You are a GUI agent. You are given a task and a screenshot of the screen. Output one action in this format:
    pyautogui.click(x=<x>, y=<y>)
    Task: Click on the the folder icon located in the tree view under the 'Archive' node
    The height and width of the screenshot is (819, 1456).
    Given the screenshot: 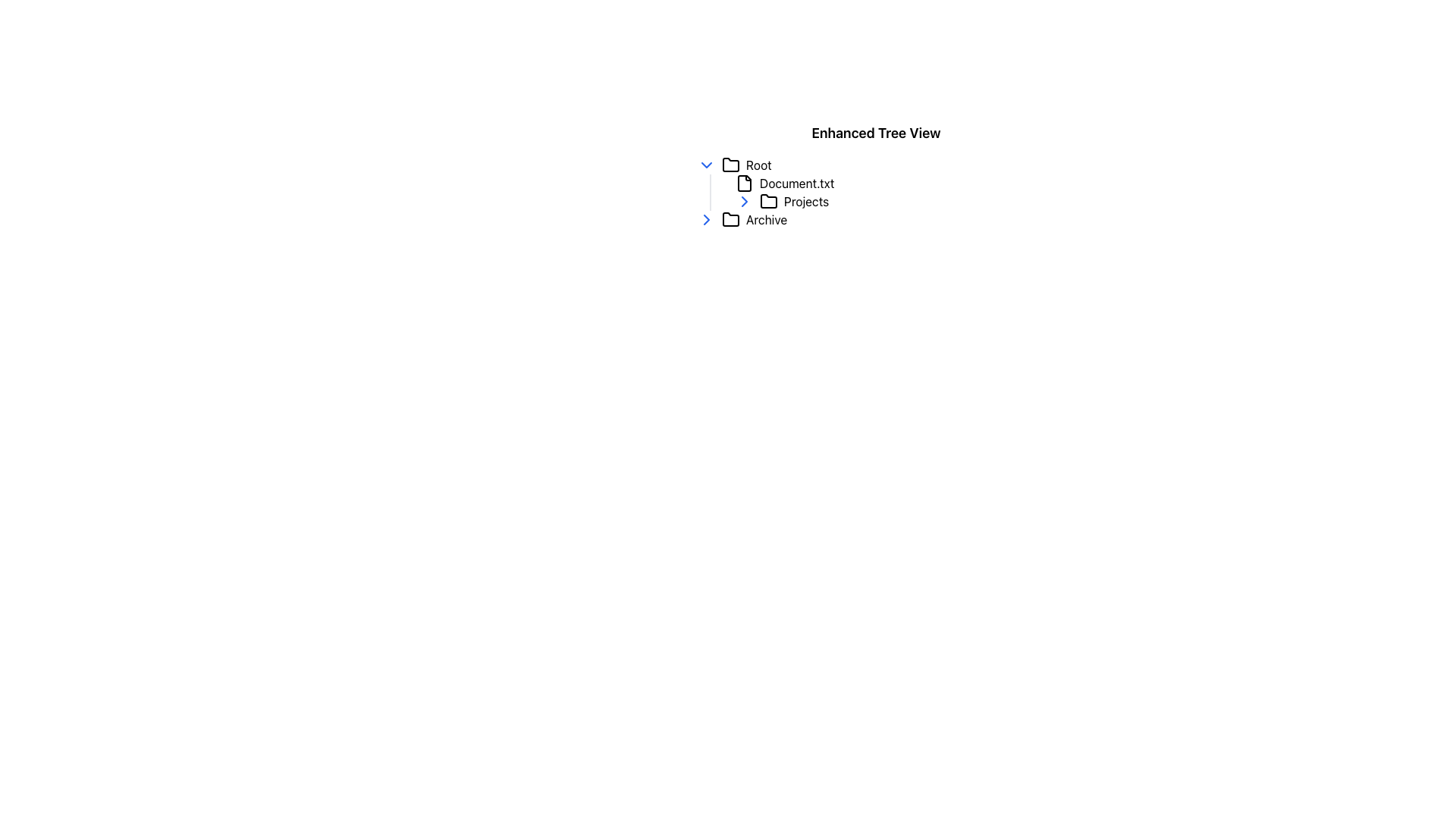 What is the action you would take?
    pyautogui.click(x=731, y=219)
    